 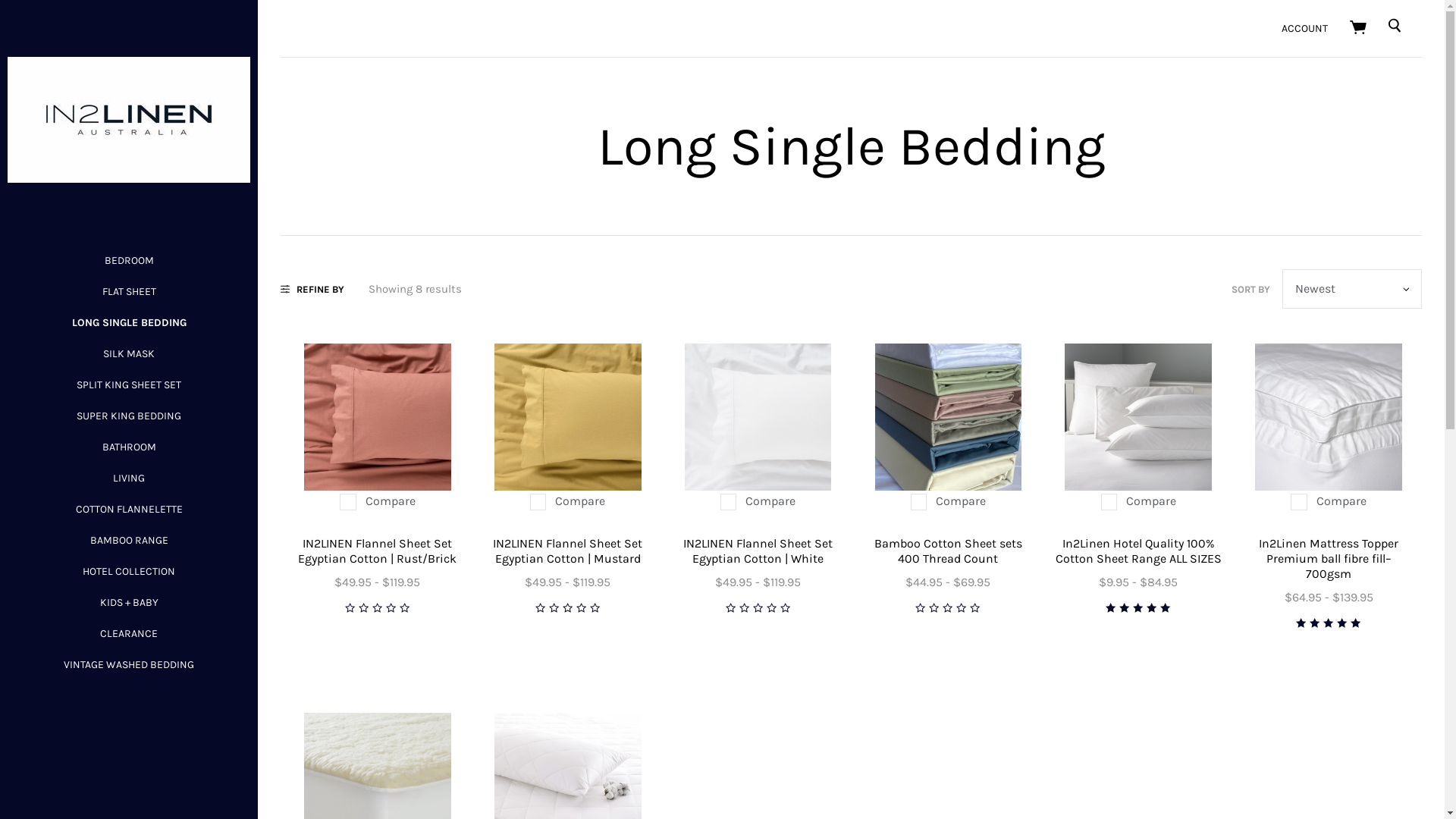 What do you see at coordinates (128, 416) in the screenshot?
I see `'SUPER KING BEDDING'` at bounding box center [128, 416].